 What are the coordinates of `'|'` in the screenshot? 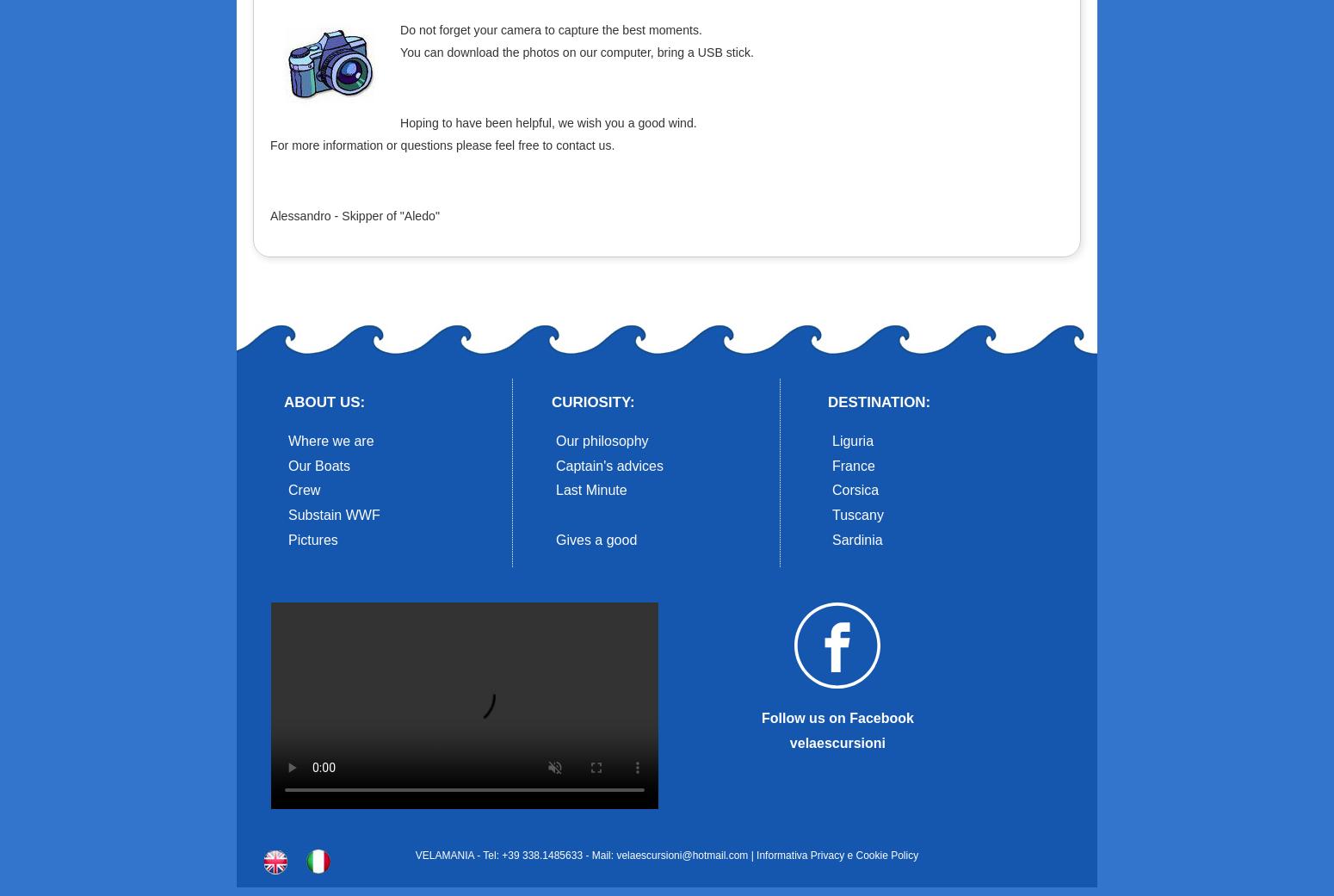 It's located at (752, 856).